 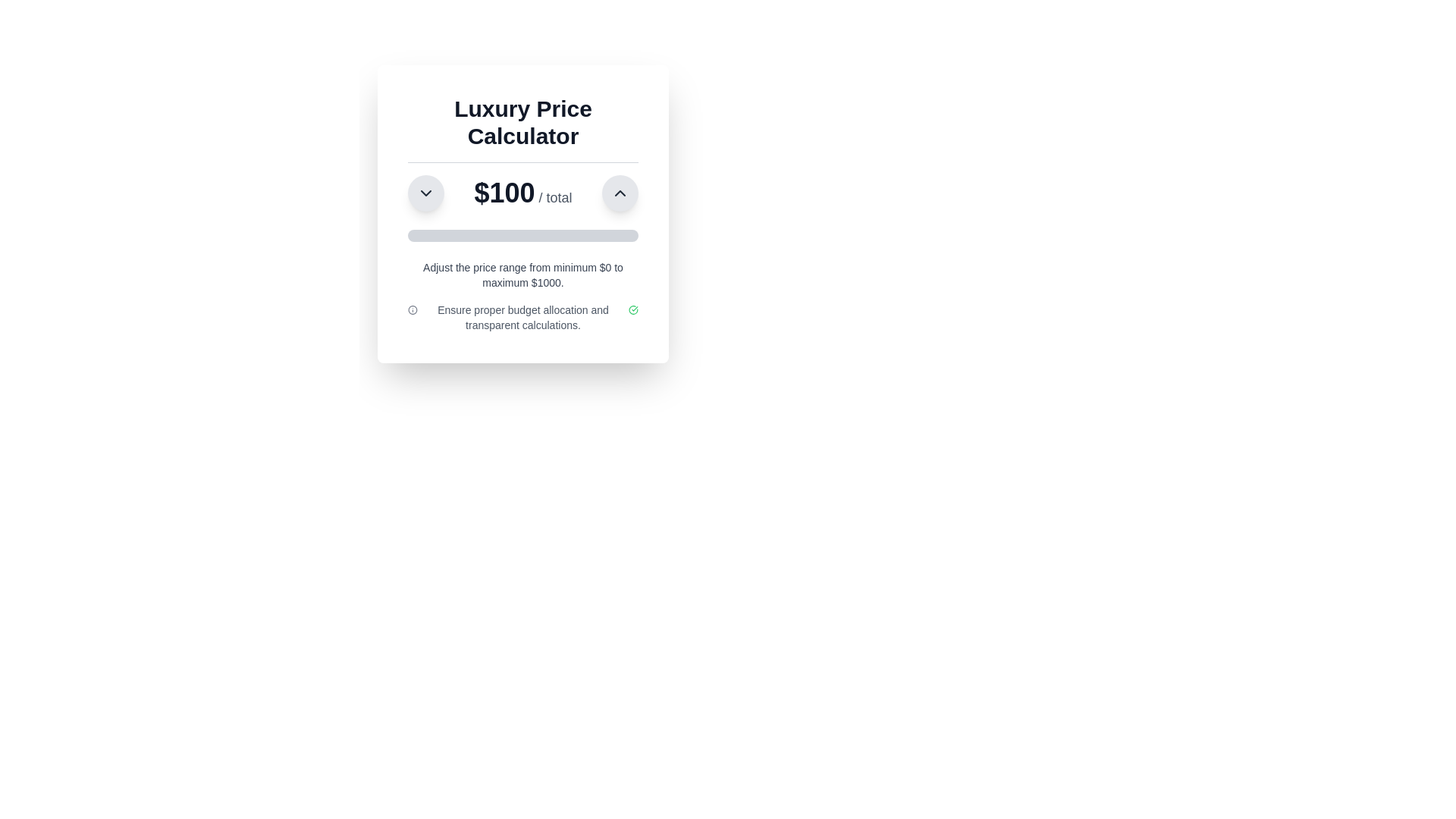 What do you see at coordinates (413, 309) in the screenshot?
I see `the circular gray information icon located on the leftmost side of the interface to uncover information or perform a related action` at bounding box center [413, 309].